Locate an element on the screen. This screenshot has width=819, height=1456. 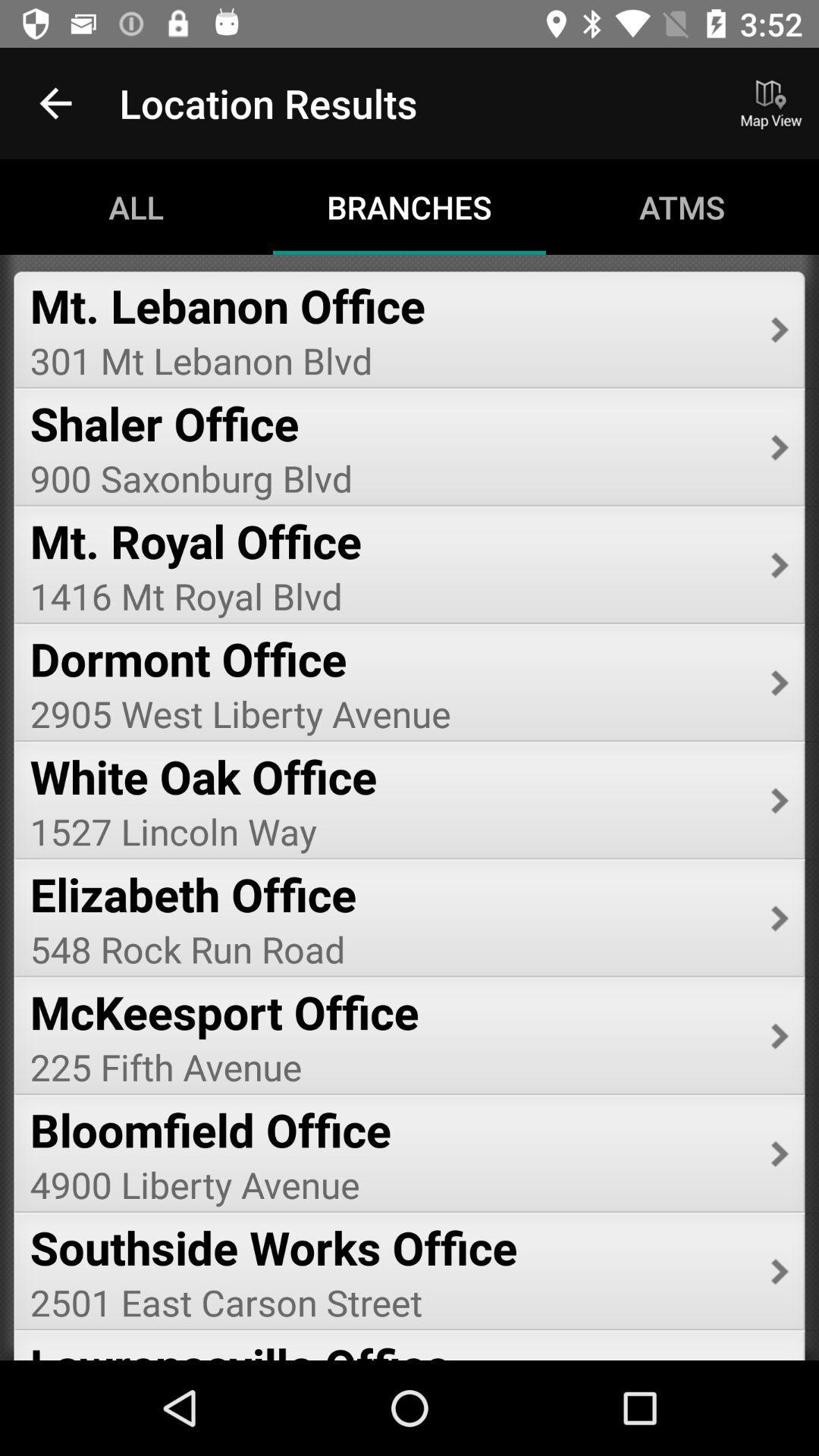
icon above the southside works office is located at coordinates (389, 1184).